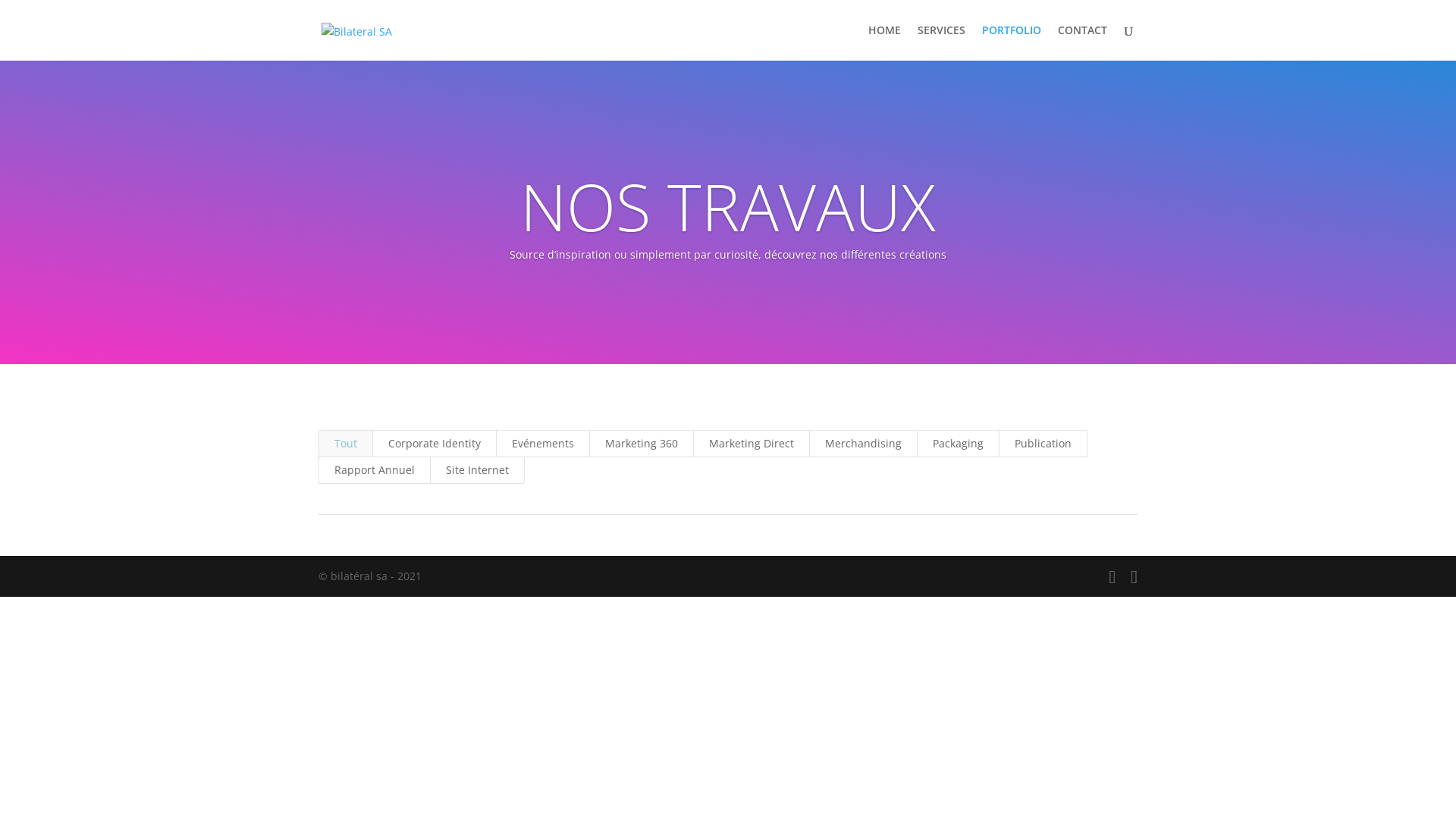 This screenshot has height=819, width=1456. What do you see at coordinates (375, 469) in the screenshot?
I see `'Rapport Annuel'` at bounding box center [375, 469].